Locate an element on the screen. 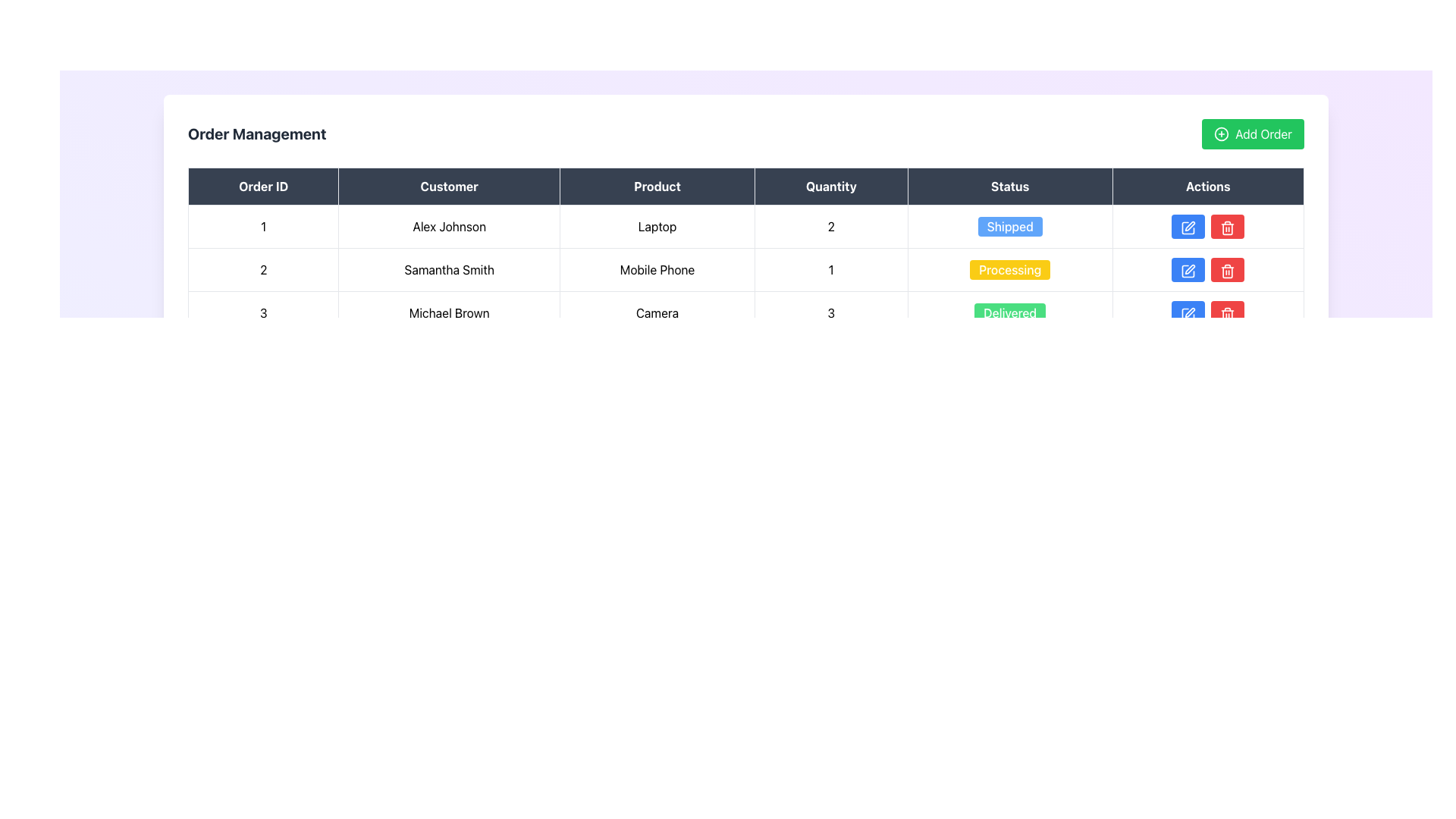  the 'Processing' status button for customer 'Samantha Smith' in the second row of the table under the 'Status' column is located at coordinates (1010, 268).